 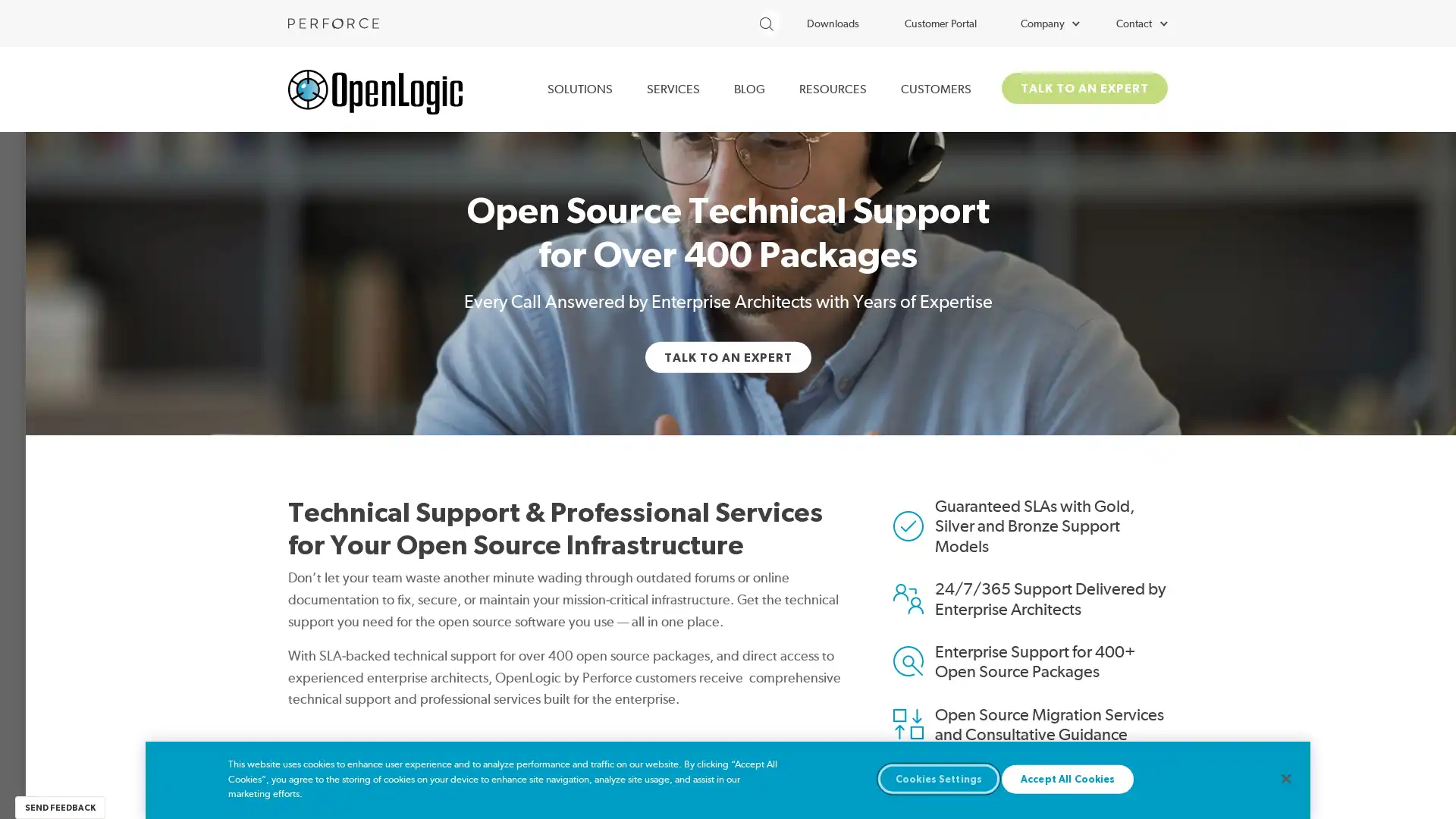 What do you see at coordinates (938, 778) in the screenshot?
I see `Cookies Settings` at bounding box center [938, 778].